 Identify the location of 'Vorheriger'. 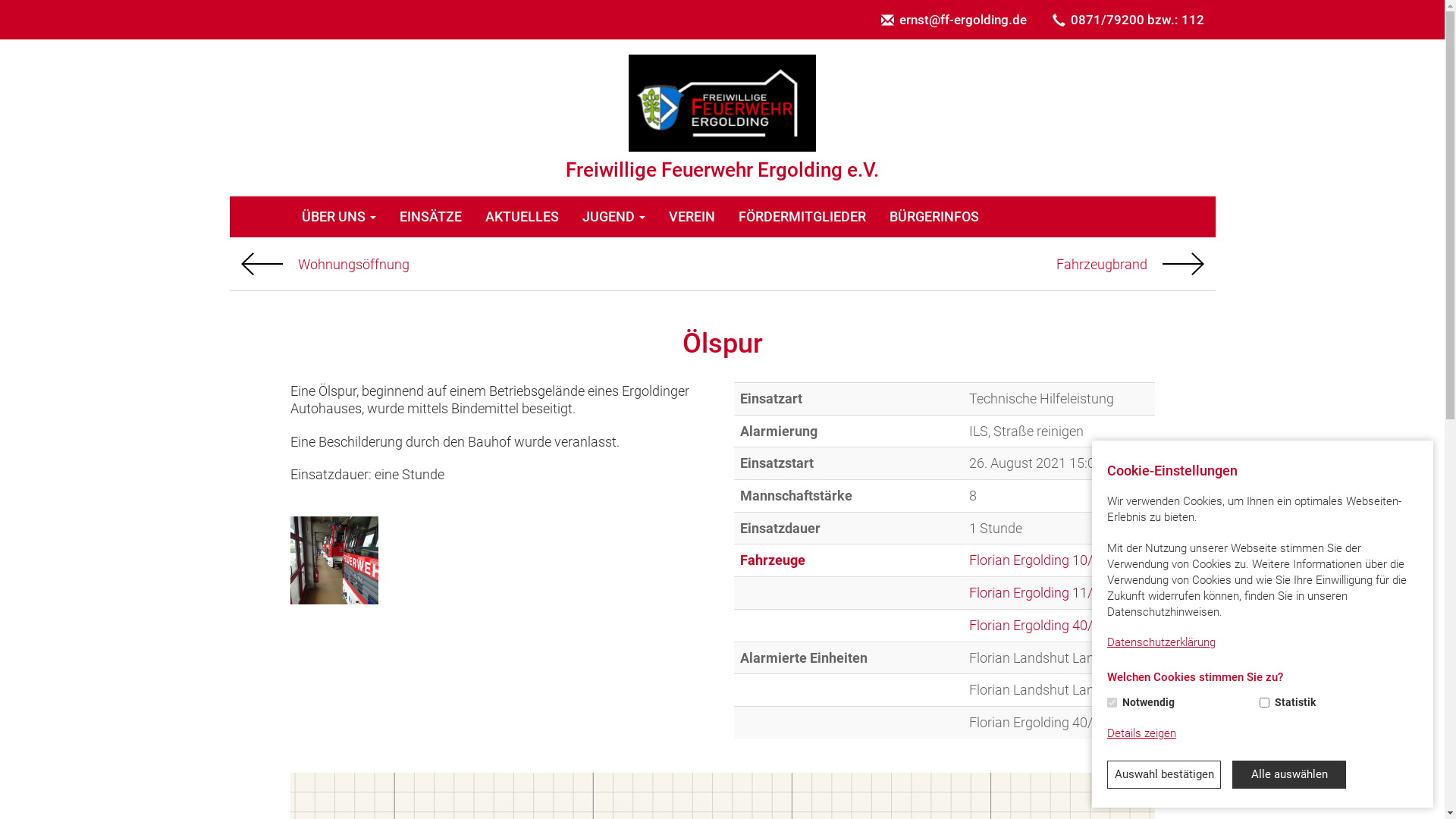
(240, 263).